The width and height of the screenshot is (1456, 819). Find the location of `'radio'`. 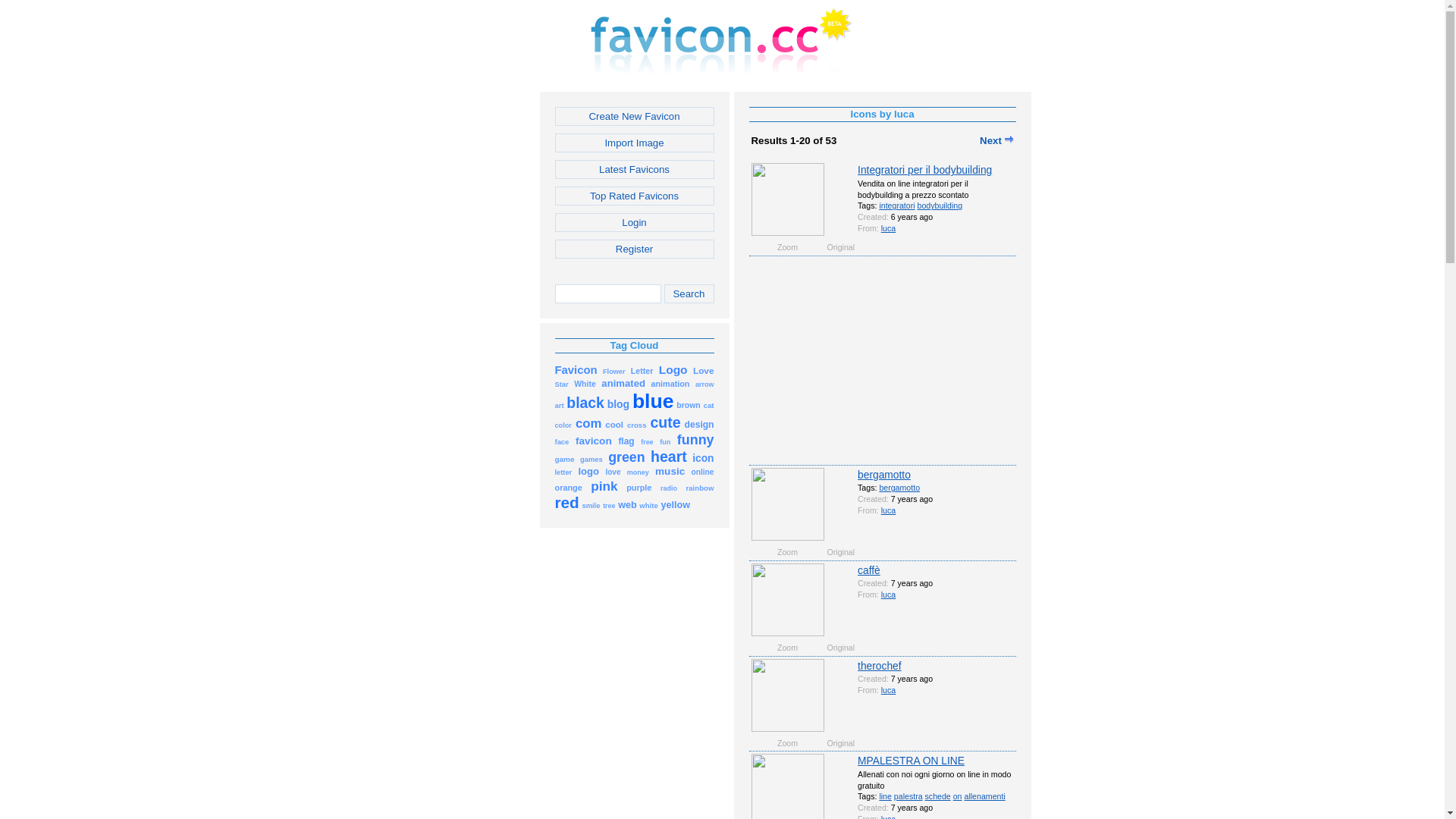

'radio' is located at coordinates (660, 487).